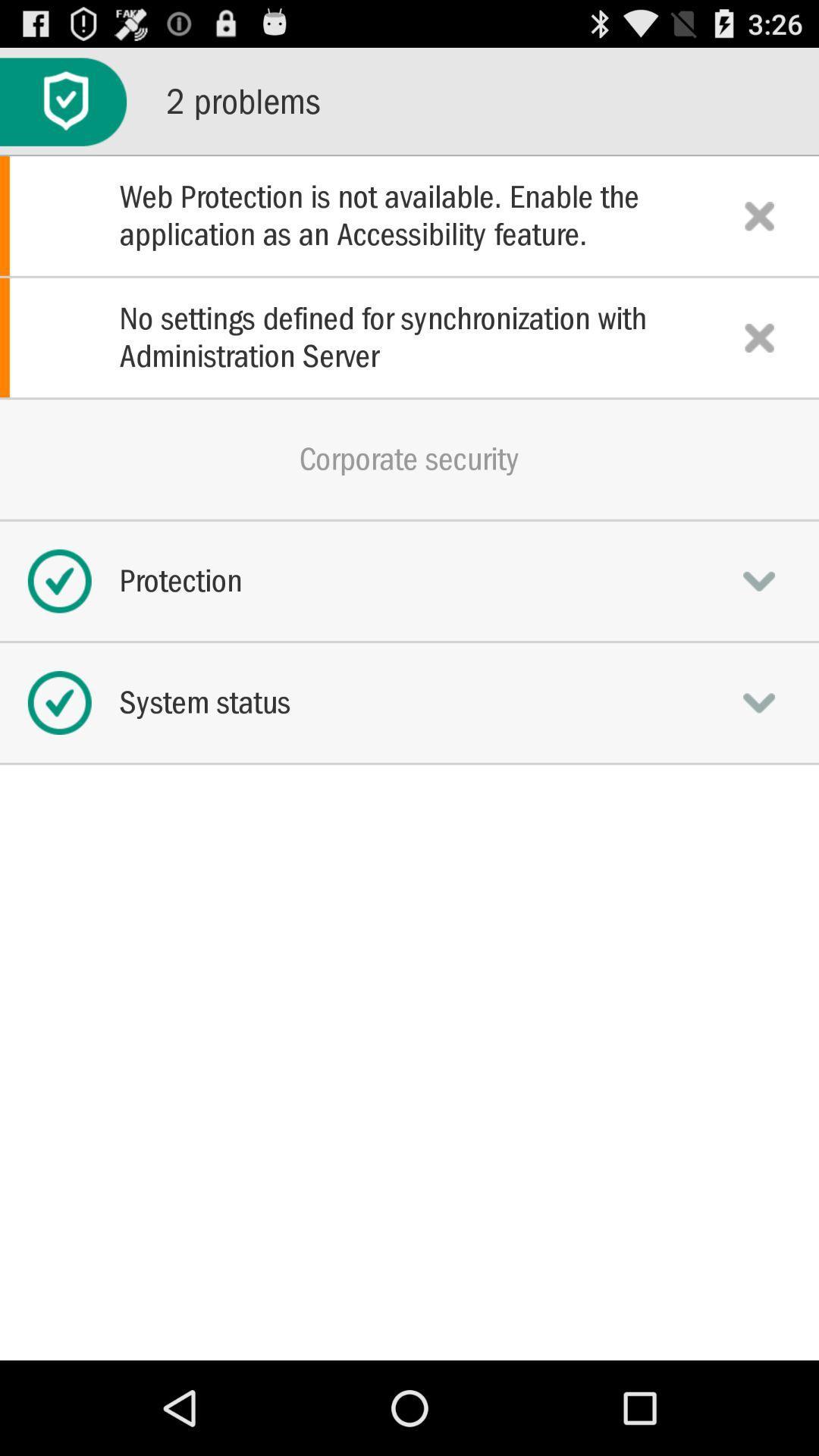 This screenshot has width=819, height=1456. What do you see at coordinates (62, 101) in the screenshot?
I see `scan for virus` at bounding box center [62, 101].